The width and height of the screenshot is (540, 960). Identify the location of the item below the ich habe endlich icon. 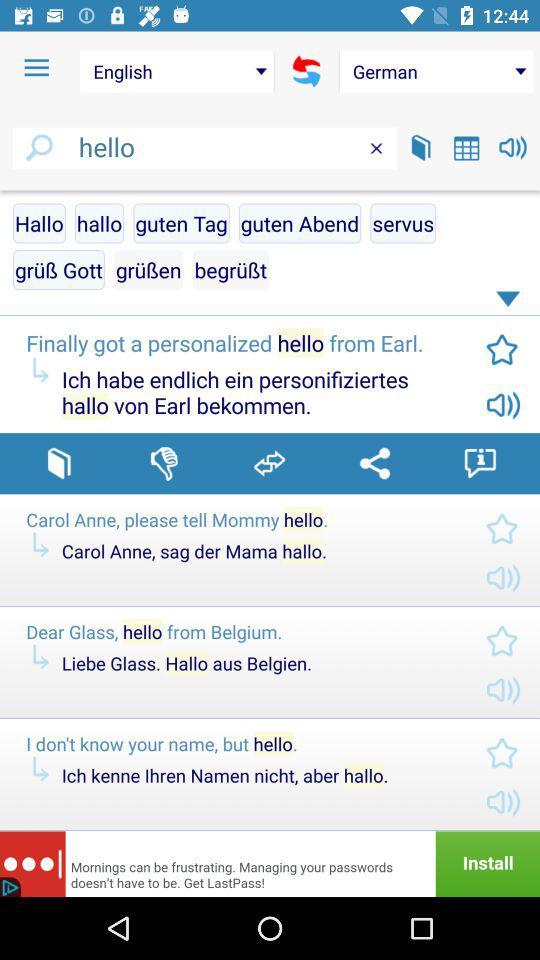
(374, 463).